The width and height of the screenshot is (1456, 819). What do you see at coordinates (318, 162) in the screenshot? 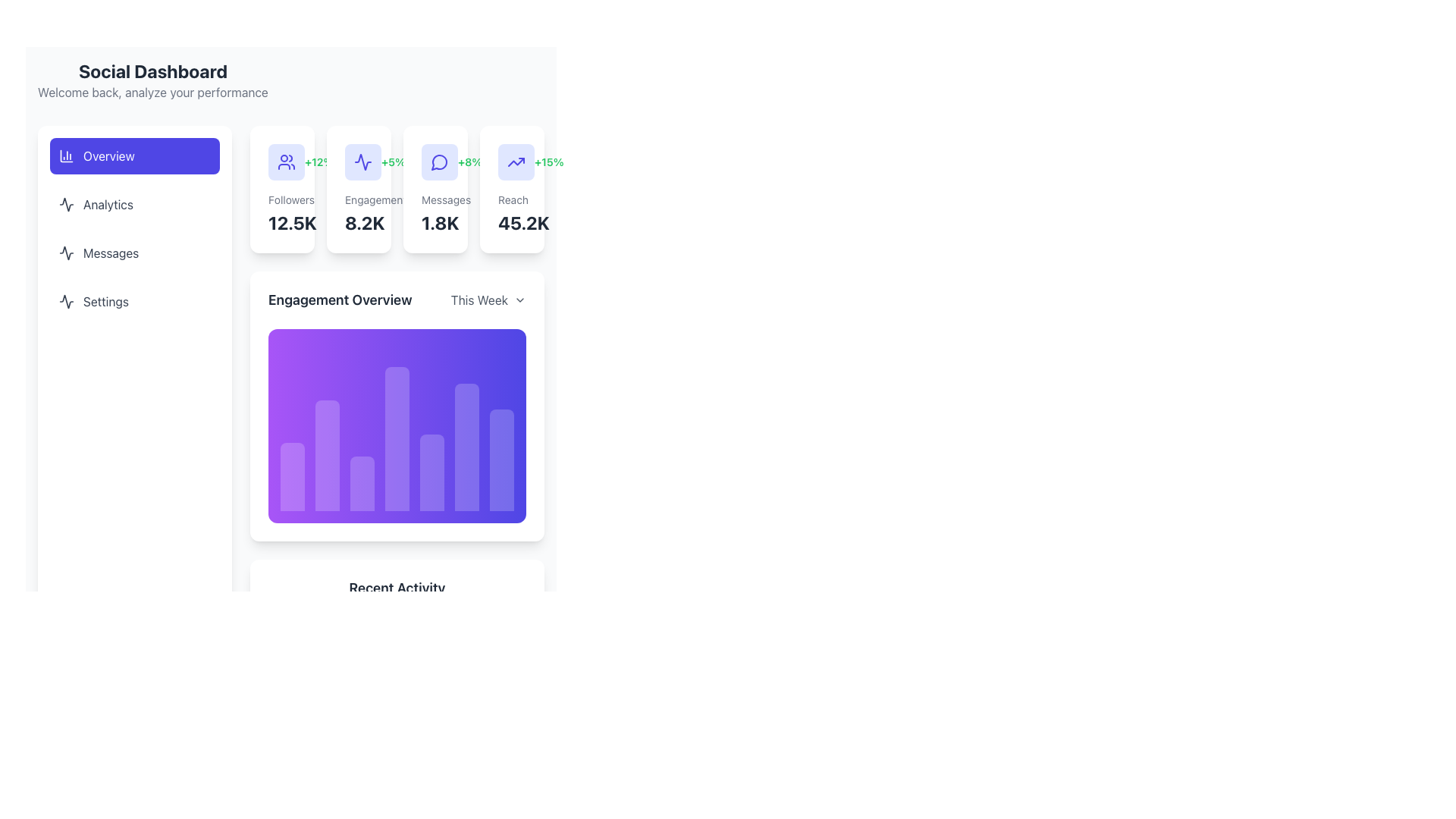
I see `the green text label element reading '+12%' which is located in the upper portion of the dashboard interface adjacent to the user icon` at bounding box center [318, 162].